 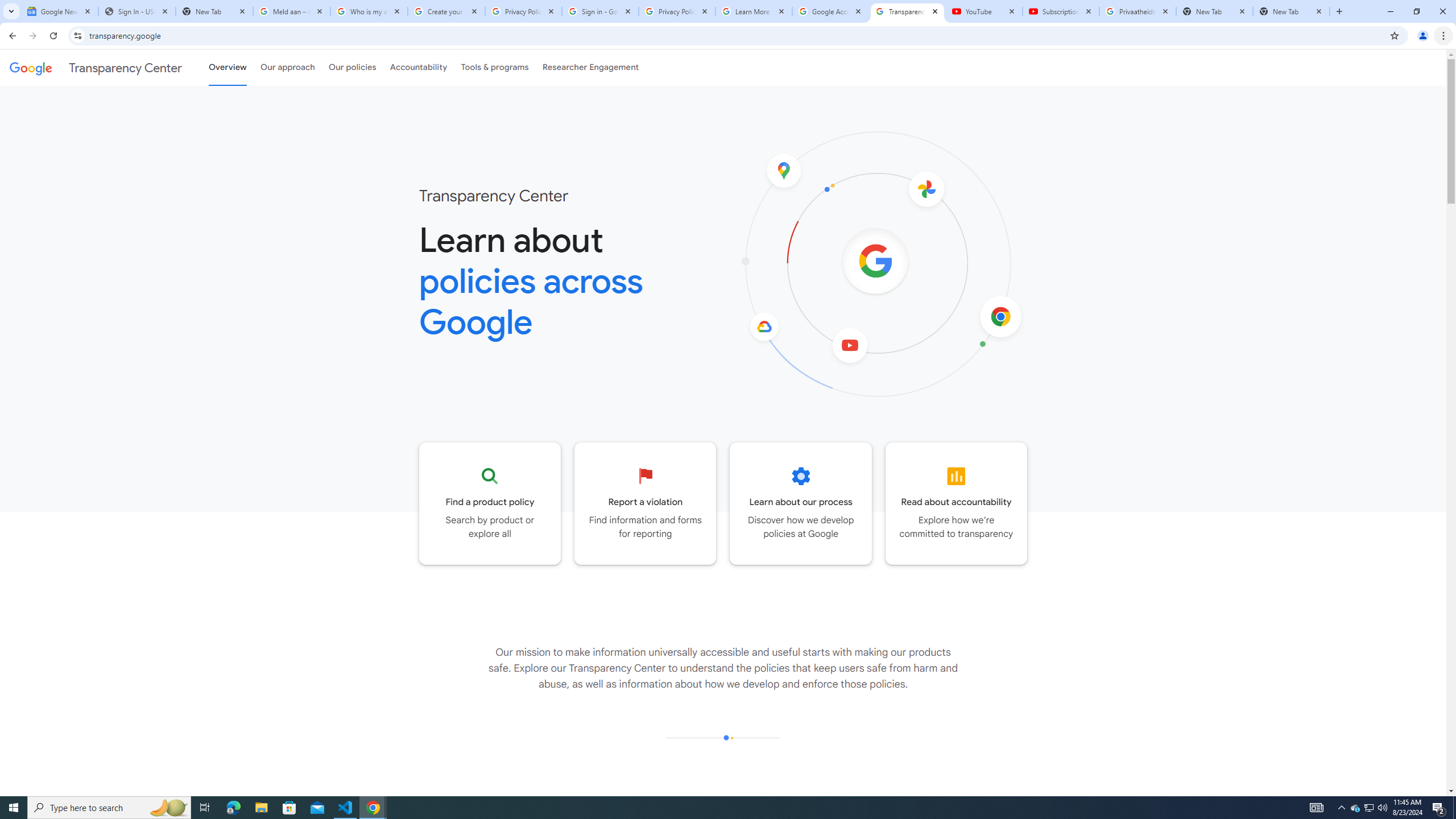 I want to click on 'Create your Google Account', so click(x=446, y=11).